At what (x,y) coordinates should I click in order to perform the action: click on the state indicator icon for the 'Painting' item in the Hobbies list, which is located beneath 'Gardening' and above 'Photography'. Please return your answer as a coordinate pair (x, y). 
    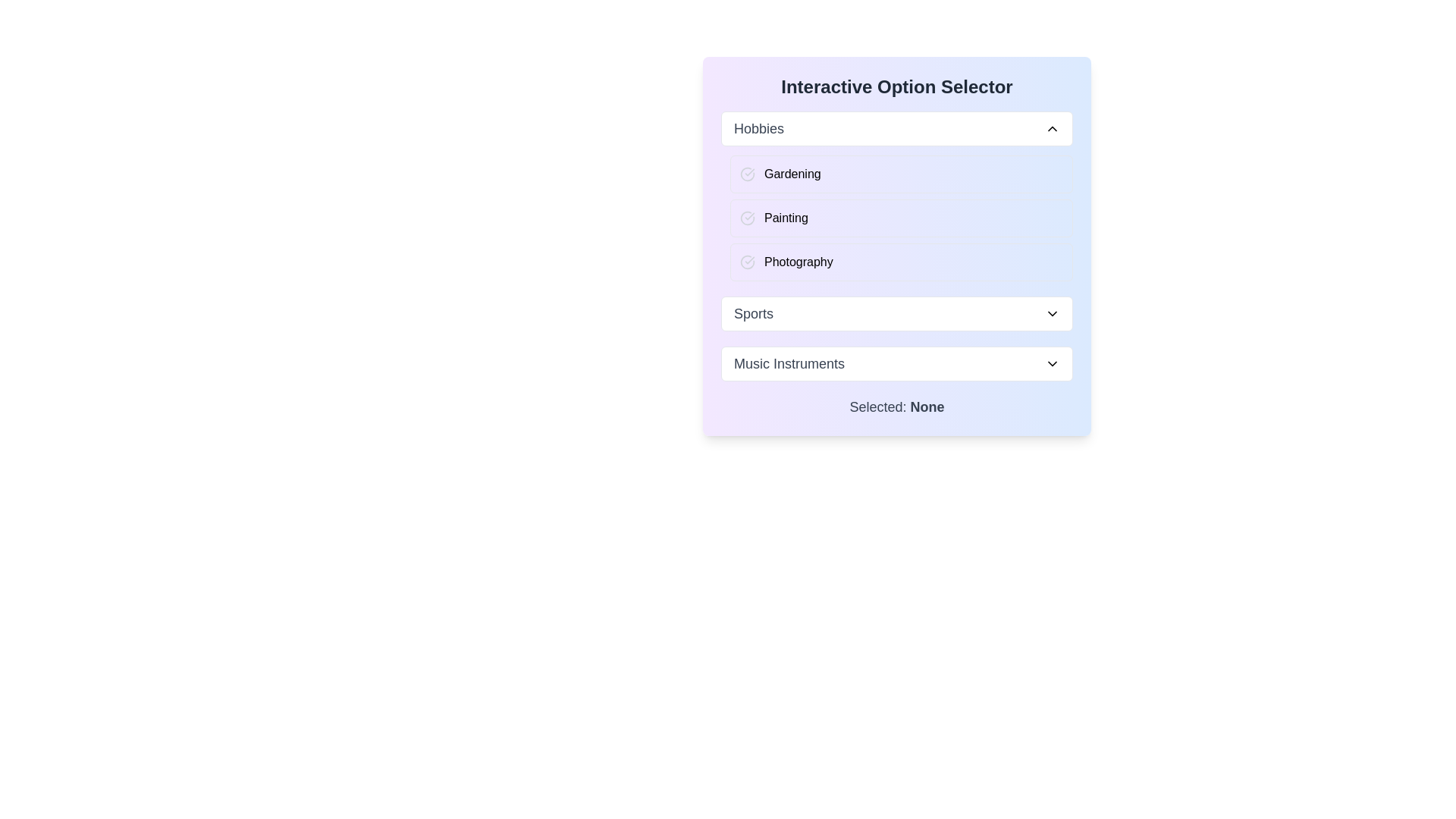
    Looking at the image, I should click on (747, 218).